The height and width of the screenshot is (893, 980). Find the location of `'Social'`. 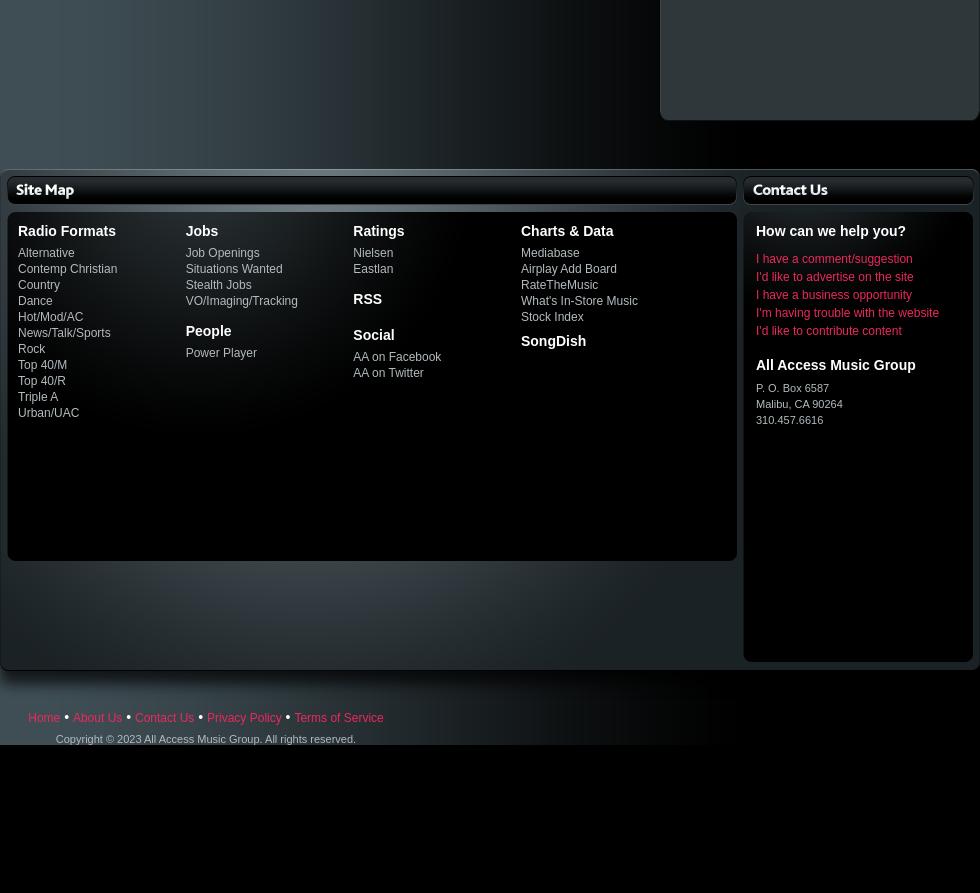

'Social' is located at coordinates (373, 334).